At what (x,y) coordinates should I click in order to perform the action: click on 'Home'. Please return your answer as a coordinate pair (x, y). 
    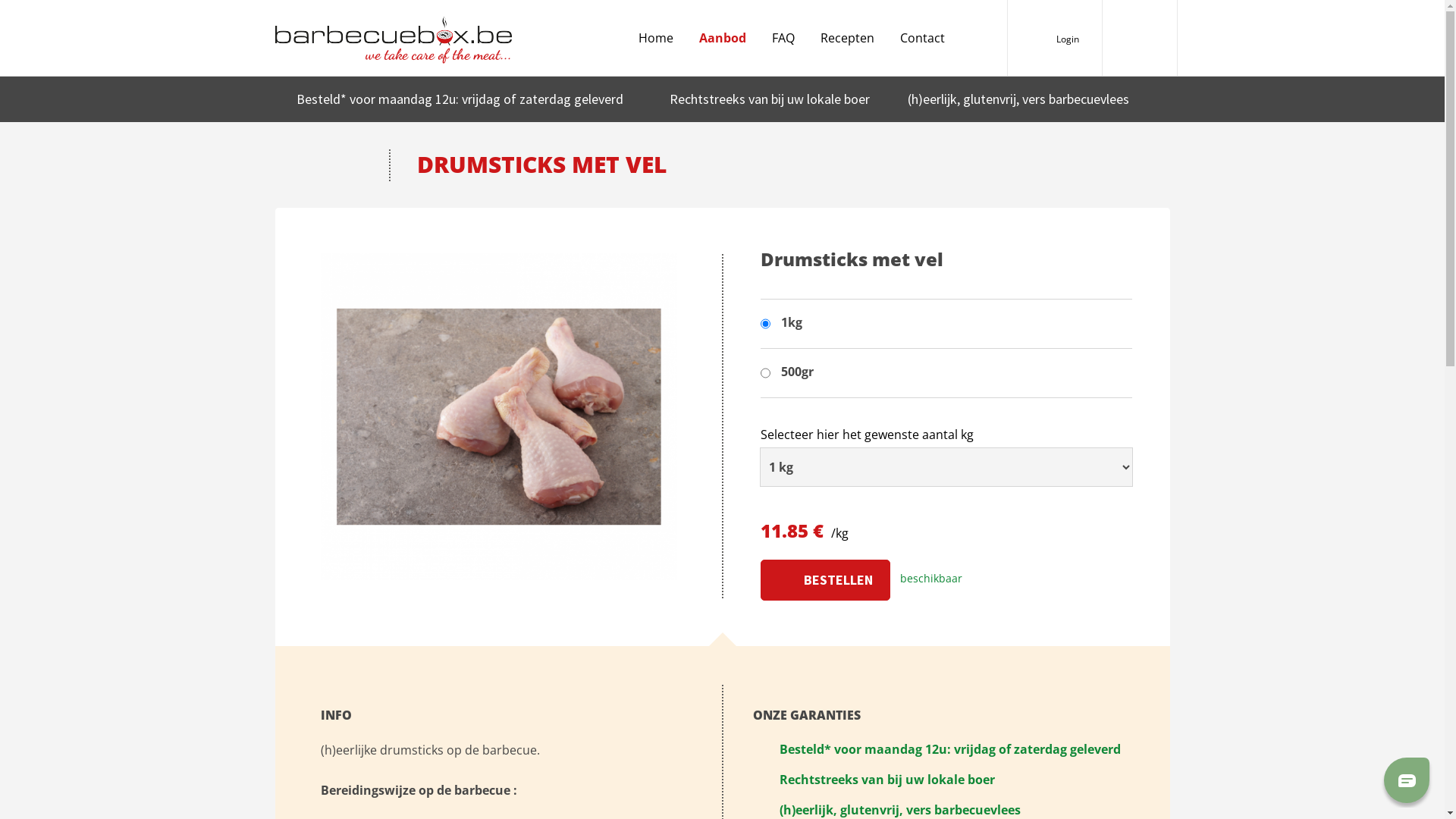
    Looking at the image, I should click on (655, 37).